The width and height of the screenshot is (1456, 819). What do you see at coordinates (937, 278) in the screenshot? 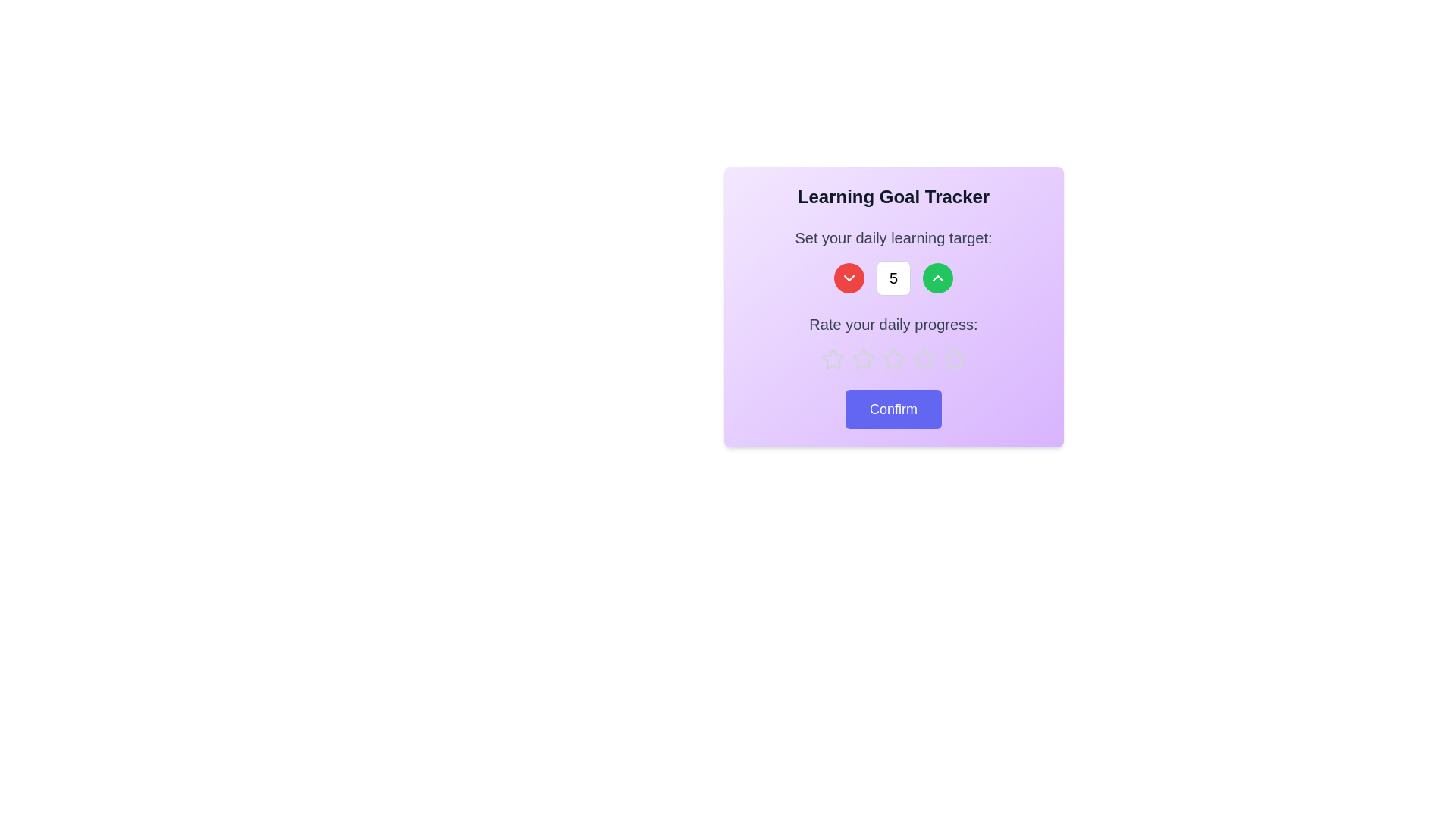
I see `the increment button located to the right of the number box in the 'Set your daily learning target' section` at bounding box center [937, 278].